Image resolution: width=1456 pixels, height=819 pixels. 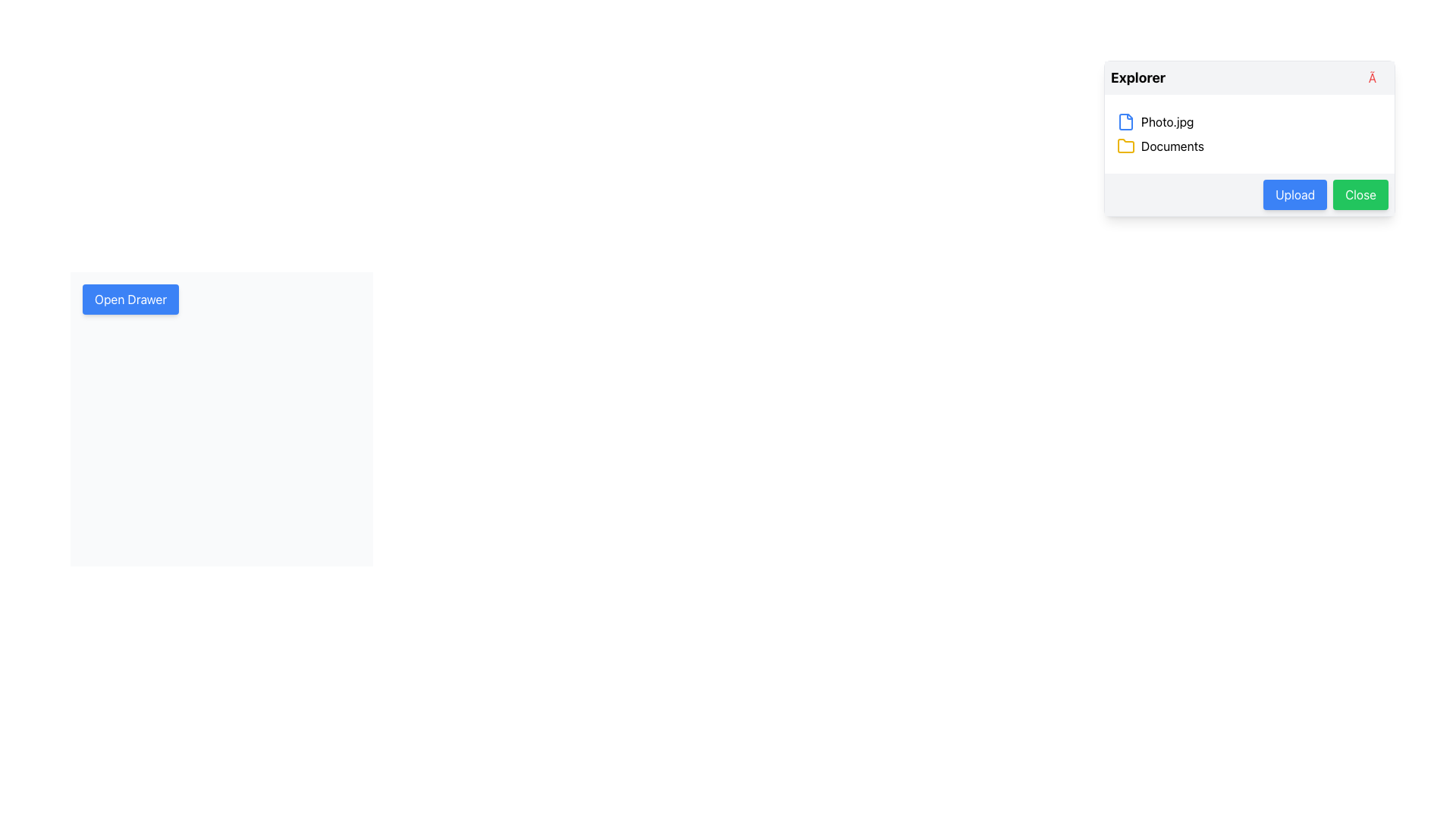 I want to click on the yellow folder icon located to the left of the 'Documents' label in the 'Explorer' panel, so click(x=1125, y=146).